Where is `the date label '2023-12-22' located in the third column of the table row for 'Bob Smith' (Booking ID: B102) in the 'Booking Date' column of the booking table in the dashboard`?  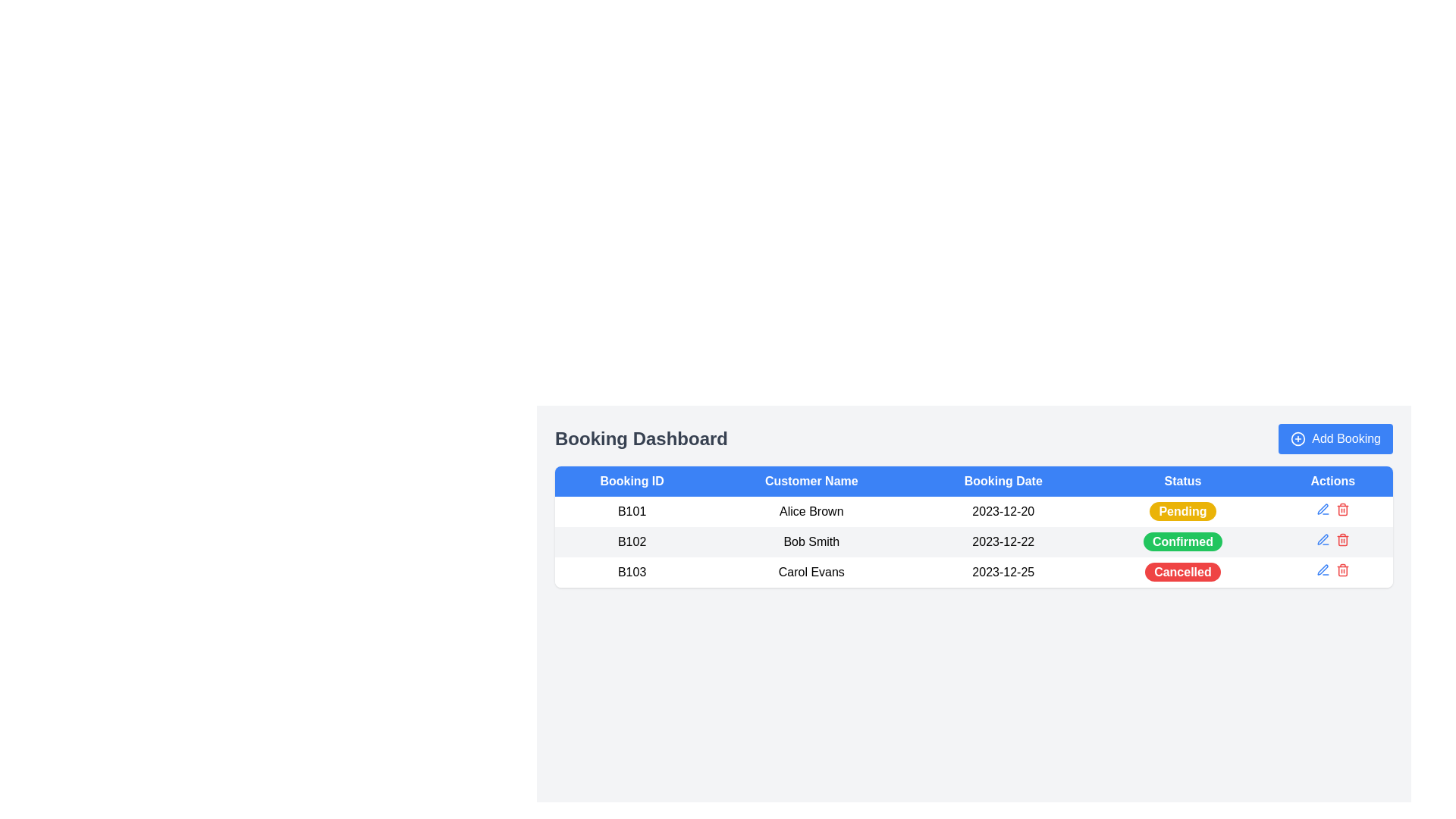
the date label '2023-12-22' located in the third column of the table row for 'Bob Smith' (Booking ID: B102) in the 'Booking Date' column of the booking table in the dashboard is located at coordinates (1003, 541).